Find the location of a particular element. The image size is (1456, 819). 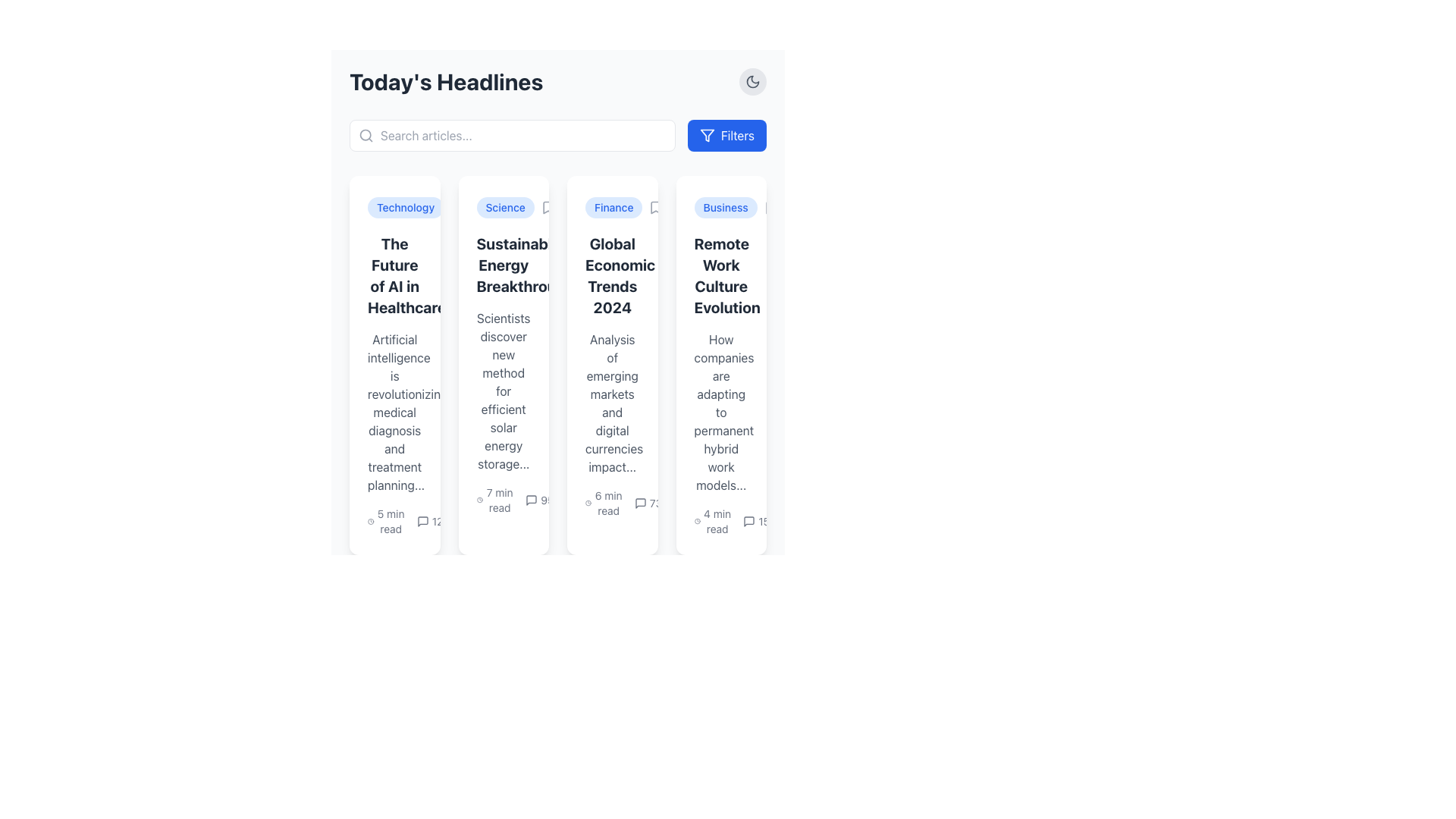

text from the rounded rectangular label with a light blue background and bold blue text reading 'Technology', located above the article titled 'The Future of AI in Healthcare' is located at coordinates (406, 207).